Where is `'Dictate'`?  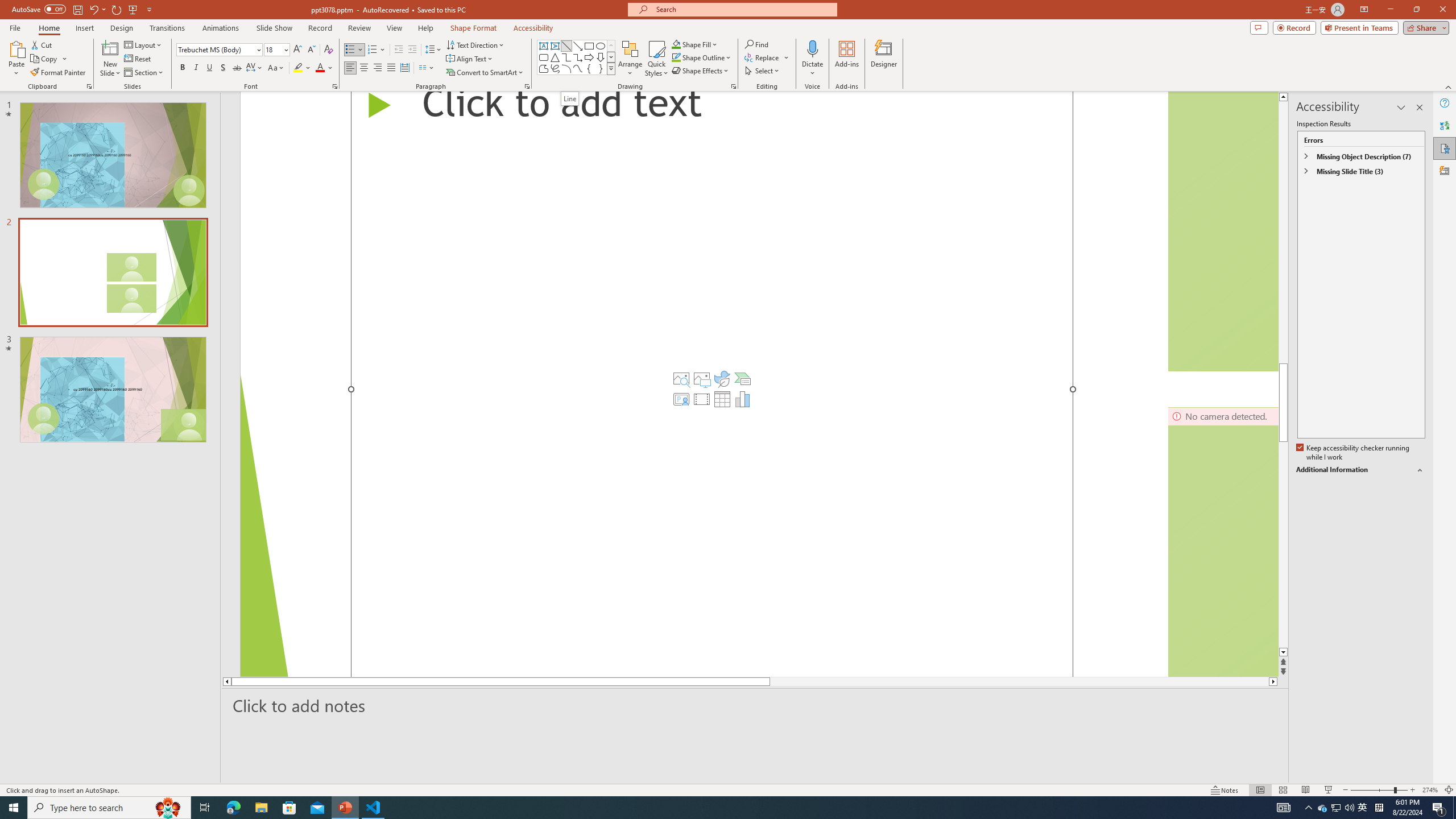 'Dictate' is located at coordinates (812, 59).